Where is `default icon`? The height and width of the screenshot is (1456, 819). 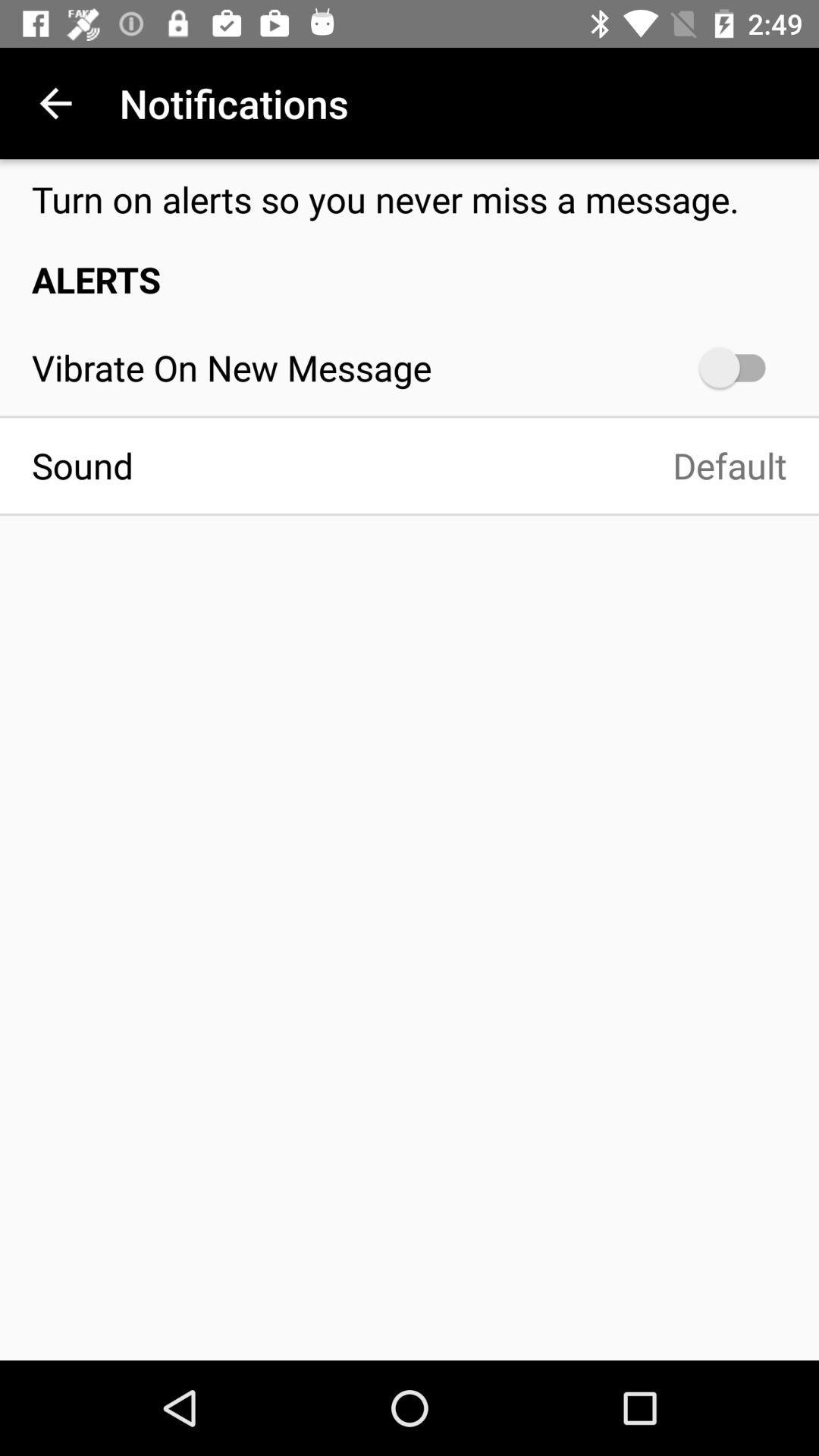
default icon is located at coordinates (475, 465).